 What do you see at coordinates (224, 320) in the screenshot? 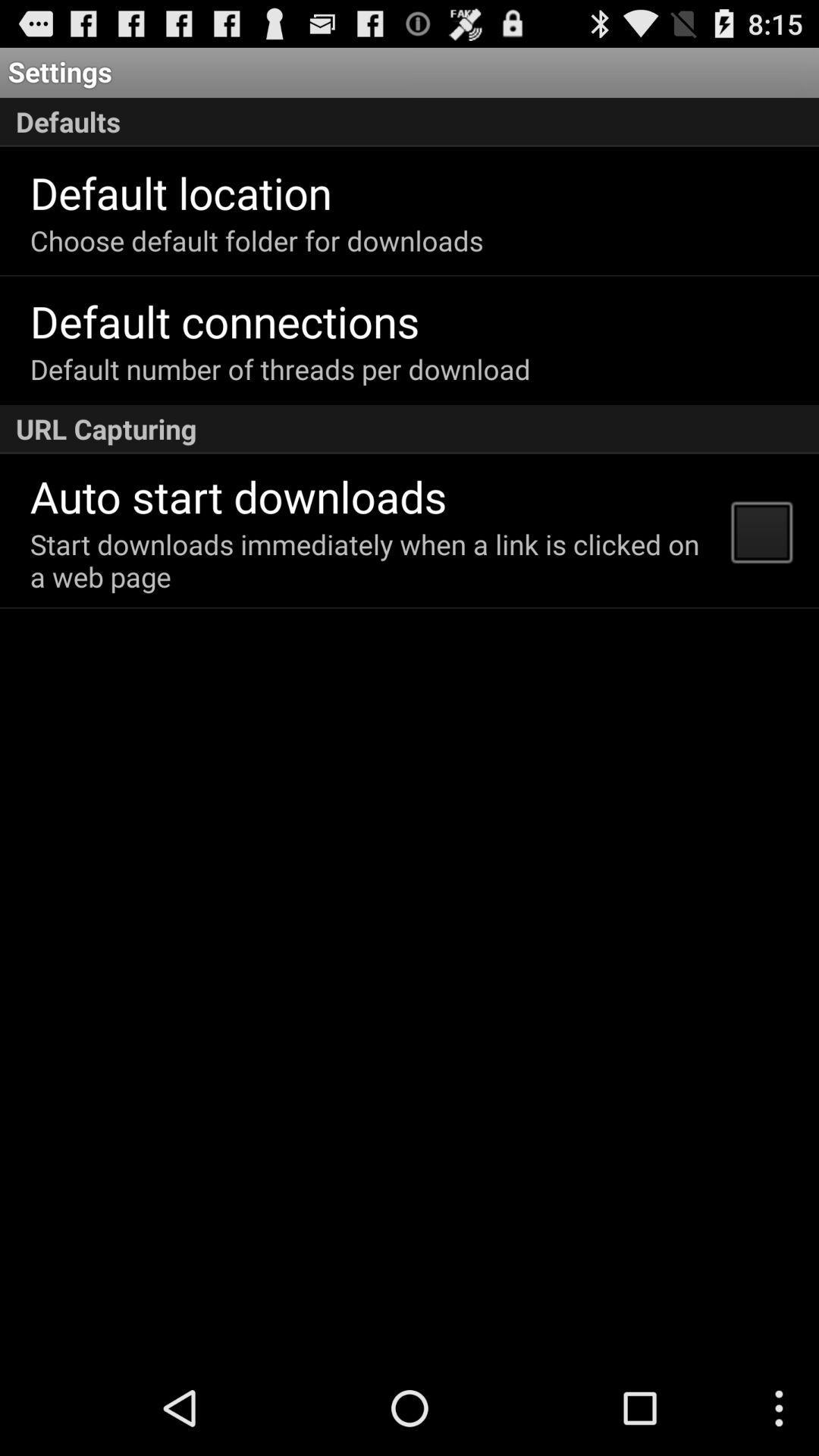
I see `app above default number of` at bounding box center [224, 320].